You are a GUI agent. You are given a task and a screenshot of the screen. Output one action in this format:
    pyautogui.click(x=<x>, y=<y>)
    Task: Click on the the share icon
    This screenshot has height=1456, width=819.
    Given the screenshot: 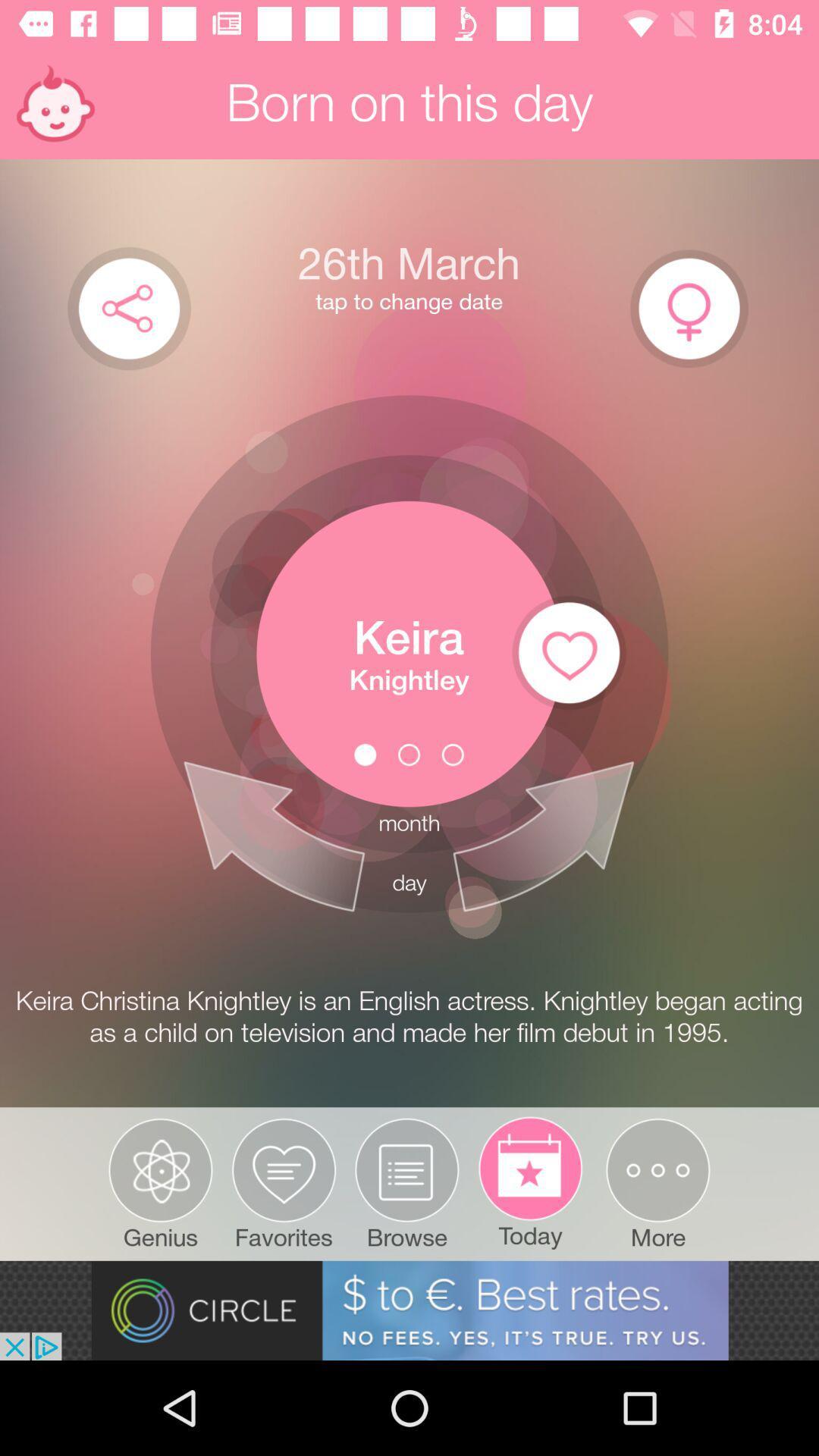 What is the action you would take?
    pyautogui.click(x=128, y=307)
    